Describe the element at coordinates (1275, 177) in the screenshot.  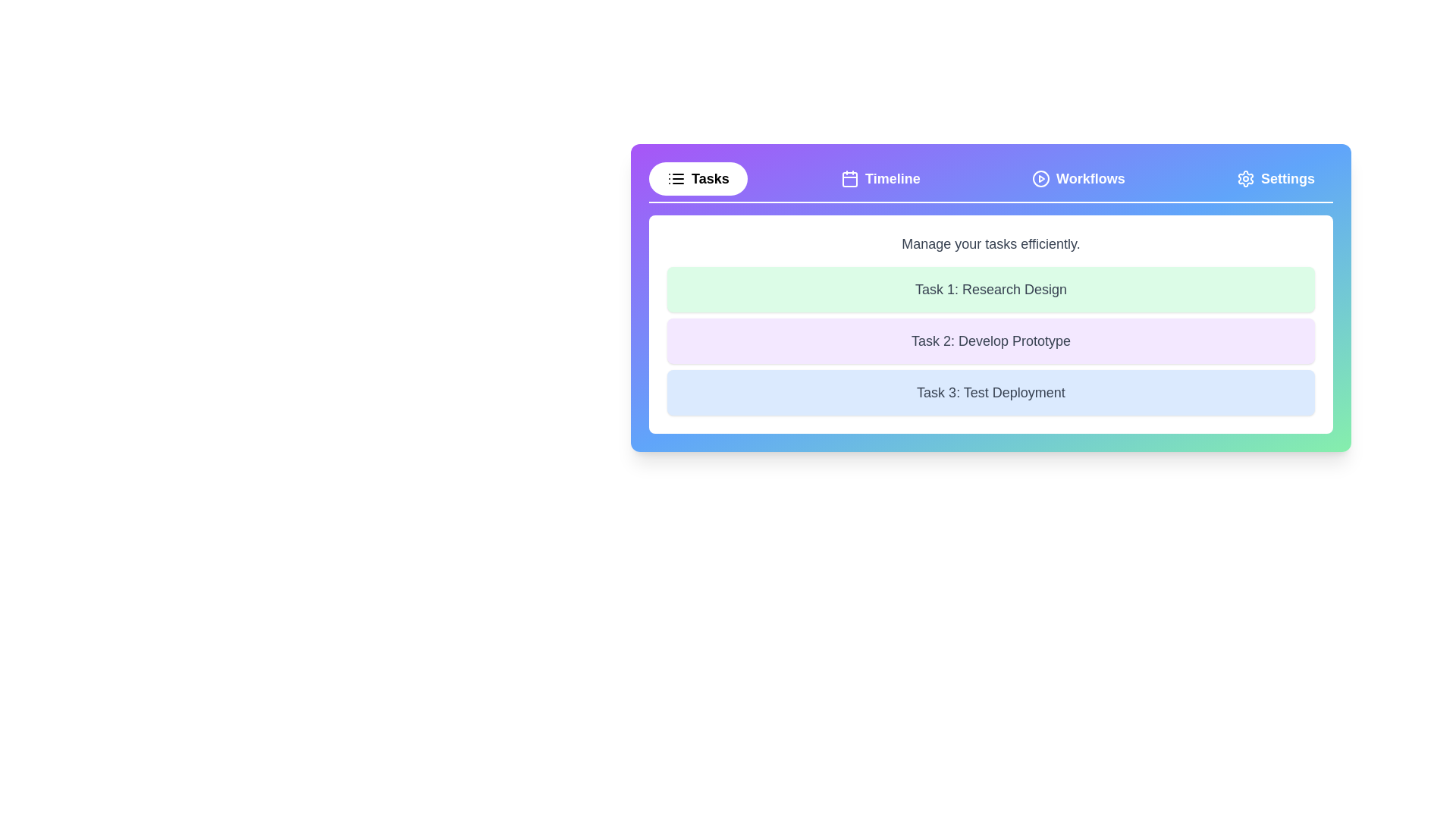
I see `the button labeled Settings to observe its hover effect` at that location.